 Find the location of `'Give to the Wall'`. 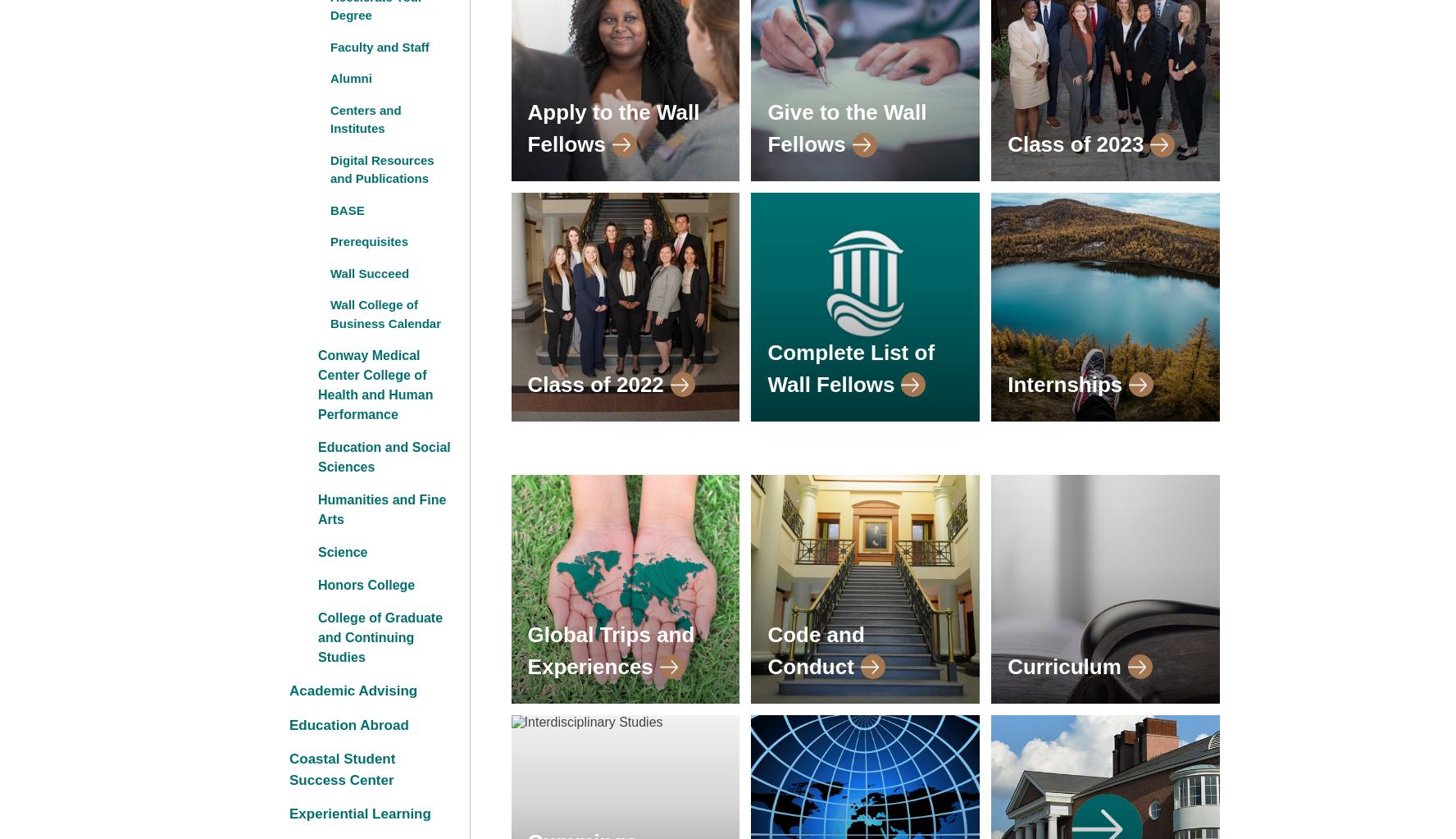

'Give to the Wall' is located at coordinates (846, 111).